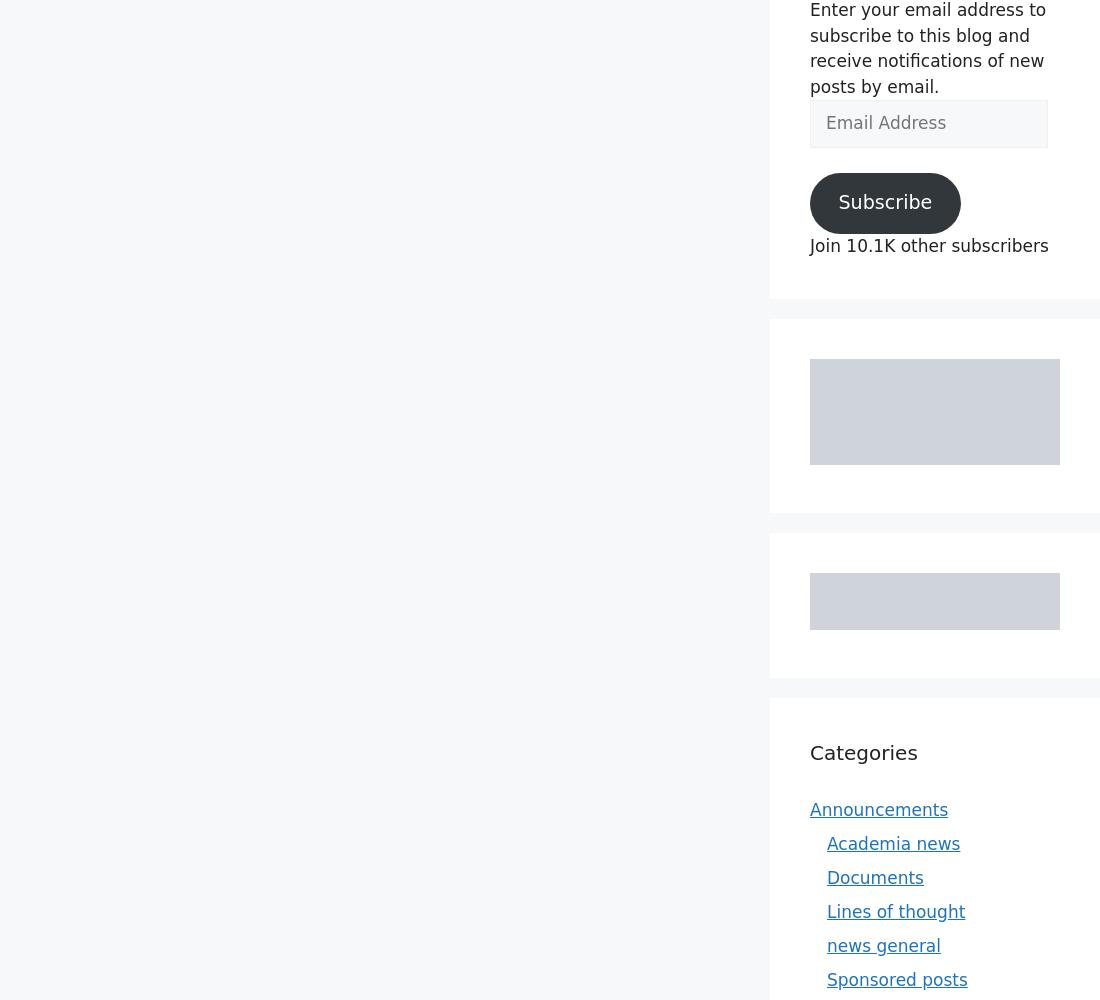  Describe the element at coordinates (883, 201) in the screenshot. I see `'Subscribe'` at that location.